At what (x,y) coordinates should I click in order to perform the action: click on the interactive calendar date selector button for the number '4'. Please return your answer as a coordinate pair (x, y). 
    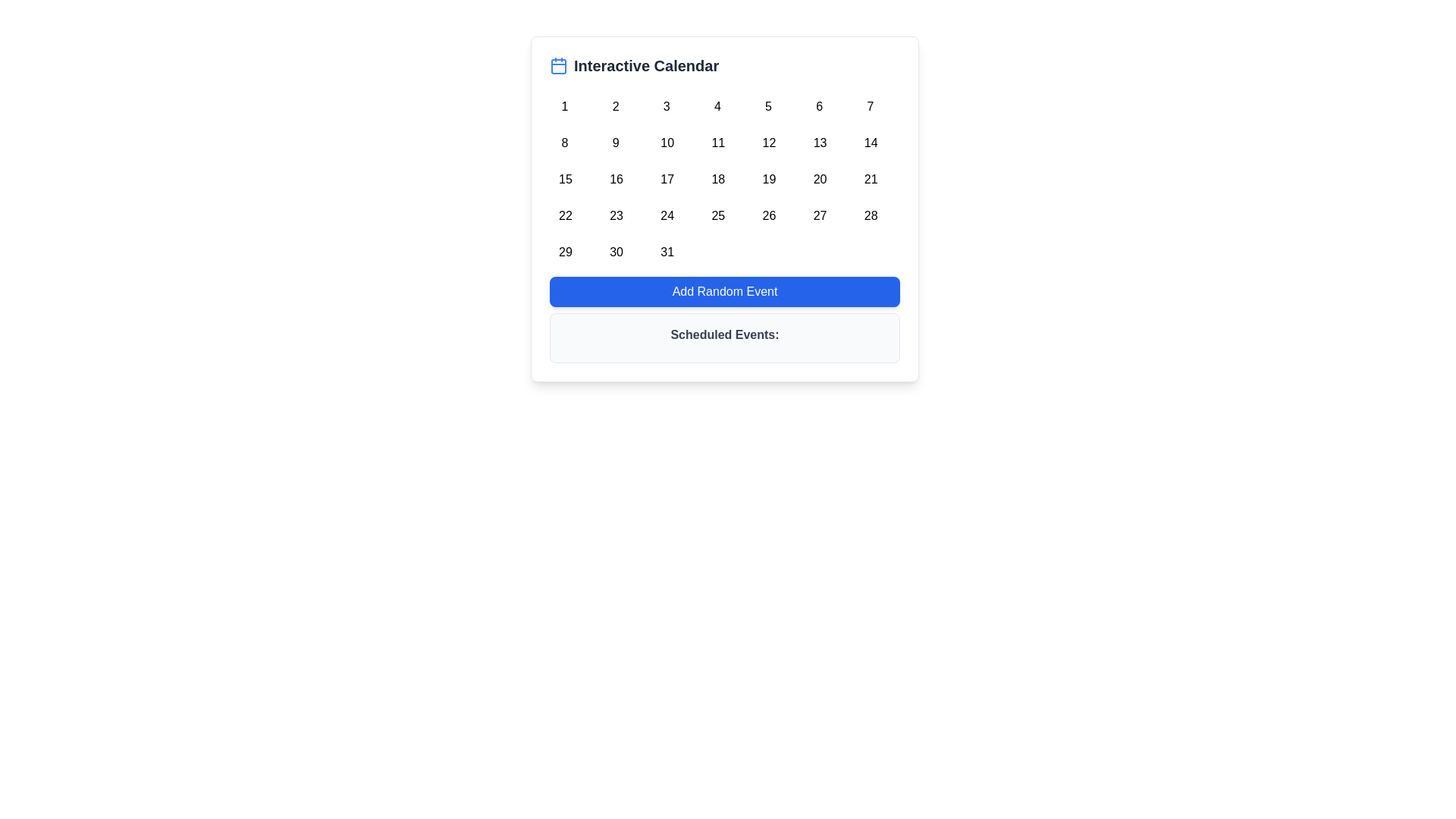
    Looking at the image, I should click on (717, 103).